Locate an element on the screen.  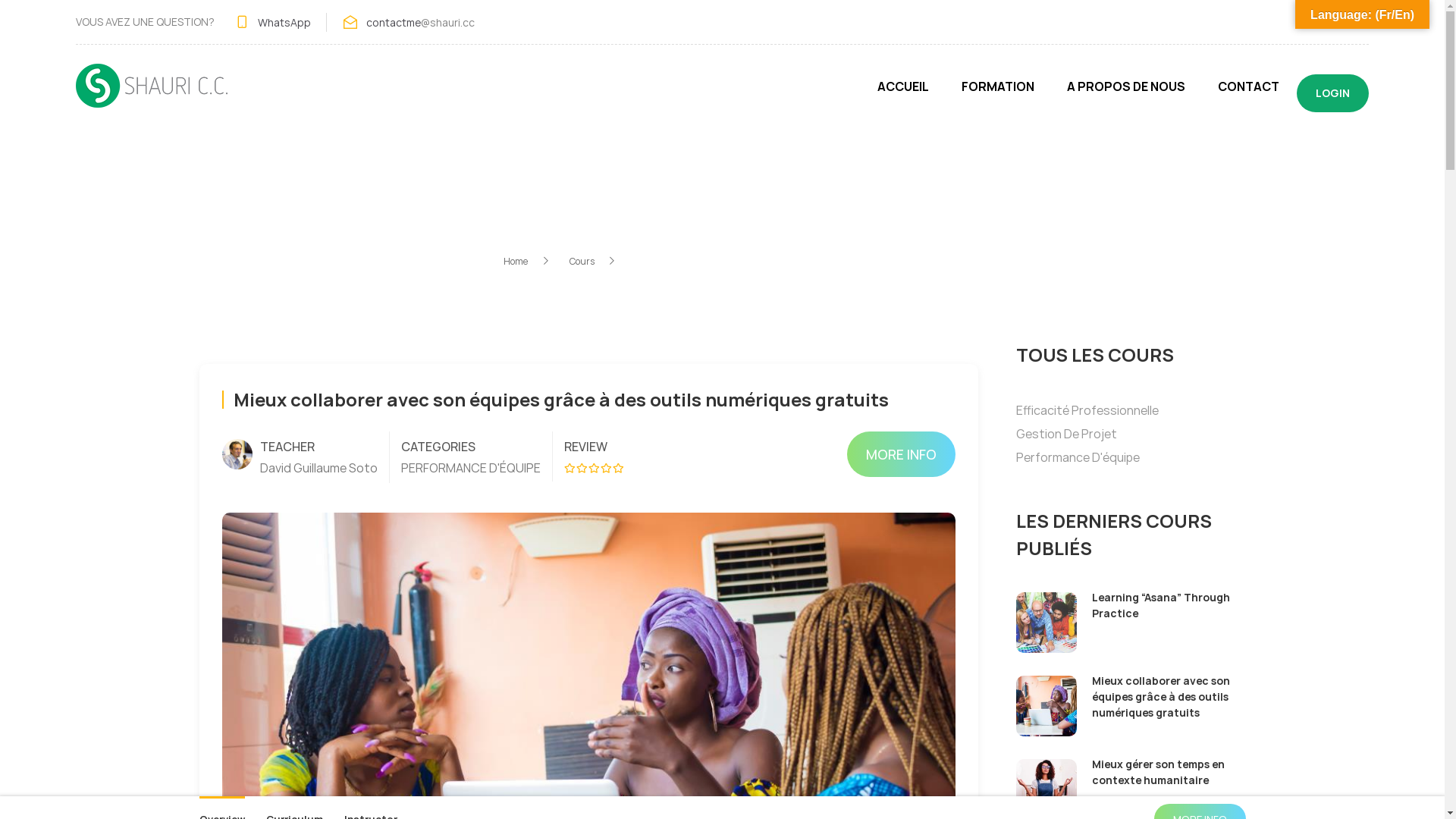
'LOGIN' is located at coordinates (1332, 93).